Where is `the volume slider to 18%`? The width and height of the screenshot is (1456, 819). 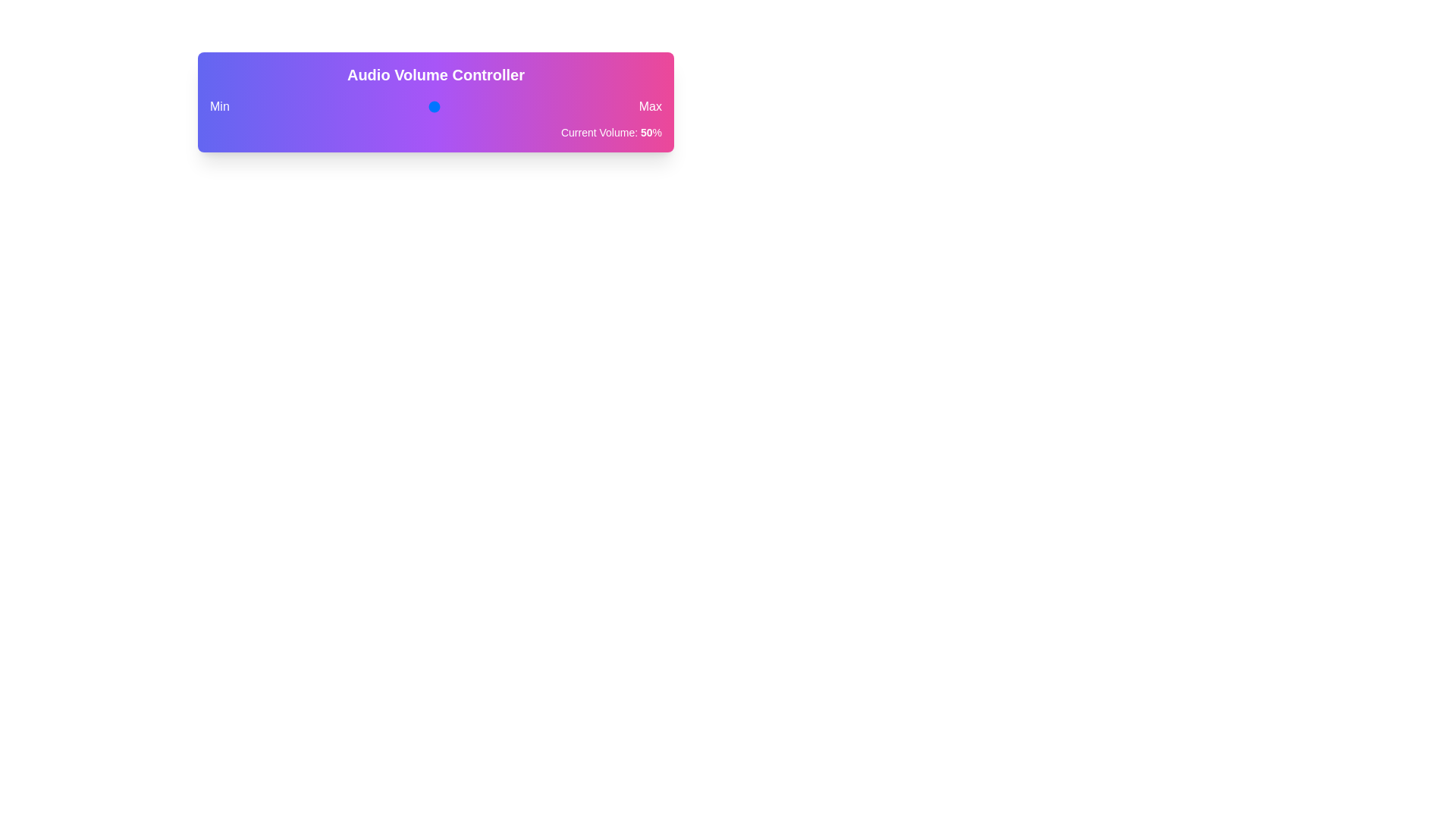 the volume slider to 18% is located at coordinates (310, 106).